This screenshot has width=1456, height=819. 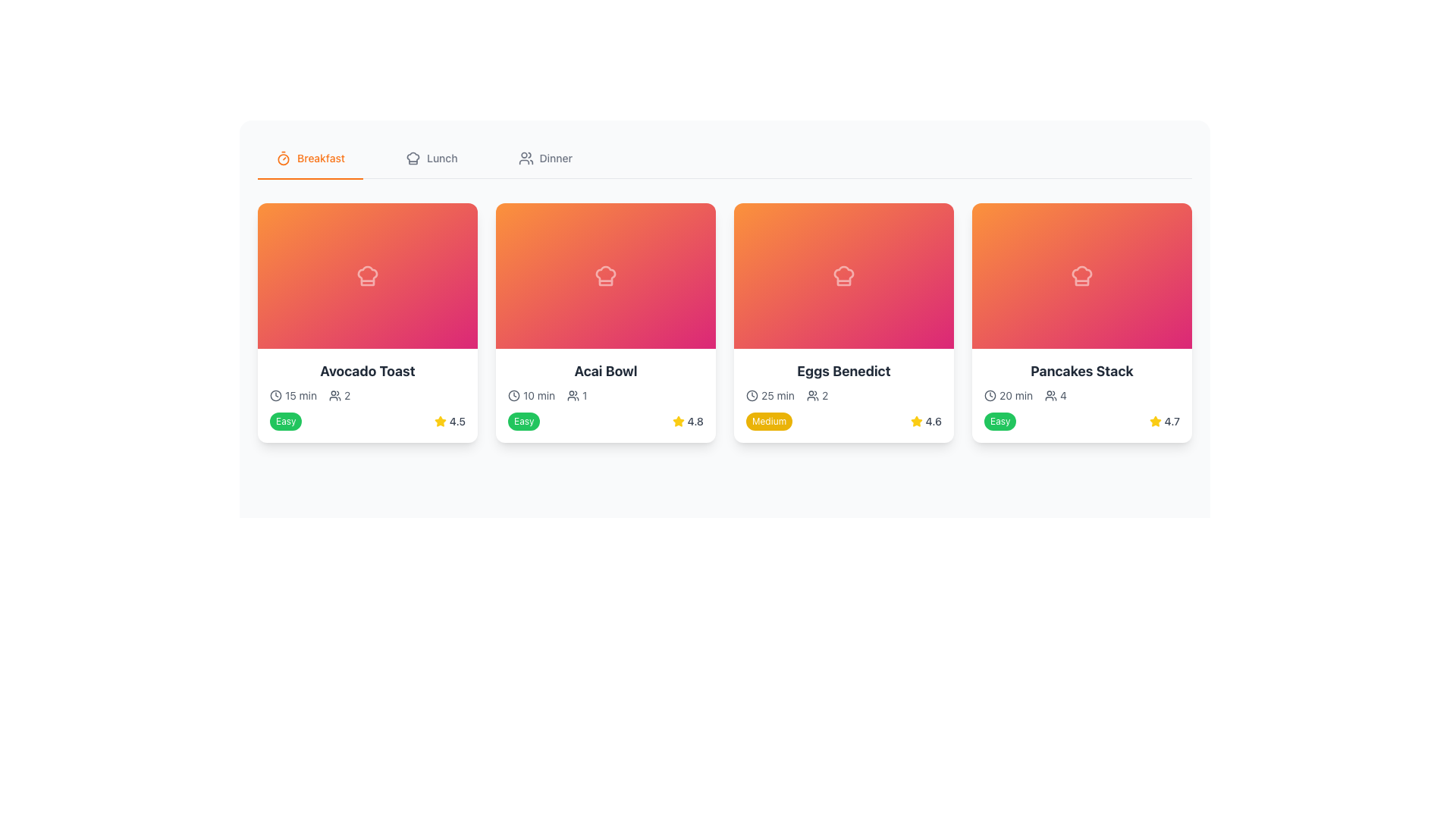 I want to click on the rating indicator displaying a yellow star icon and the numeric rating '4.5' located at the bottom-right of the 'Avocado Toast' card, so click(x=449, y=421).